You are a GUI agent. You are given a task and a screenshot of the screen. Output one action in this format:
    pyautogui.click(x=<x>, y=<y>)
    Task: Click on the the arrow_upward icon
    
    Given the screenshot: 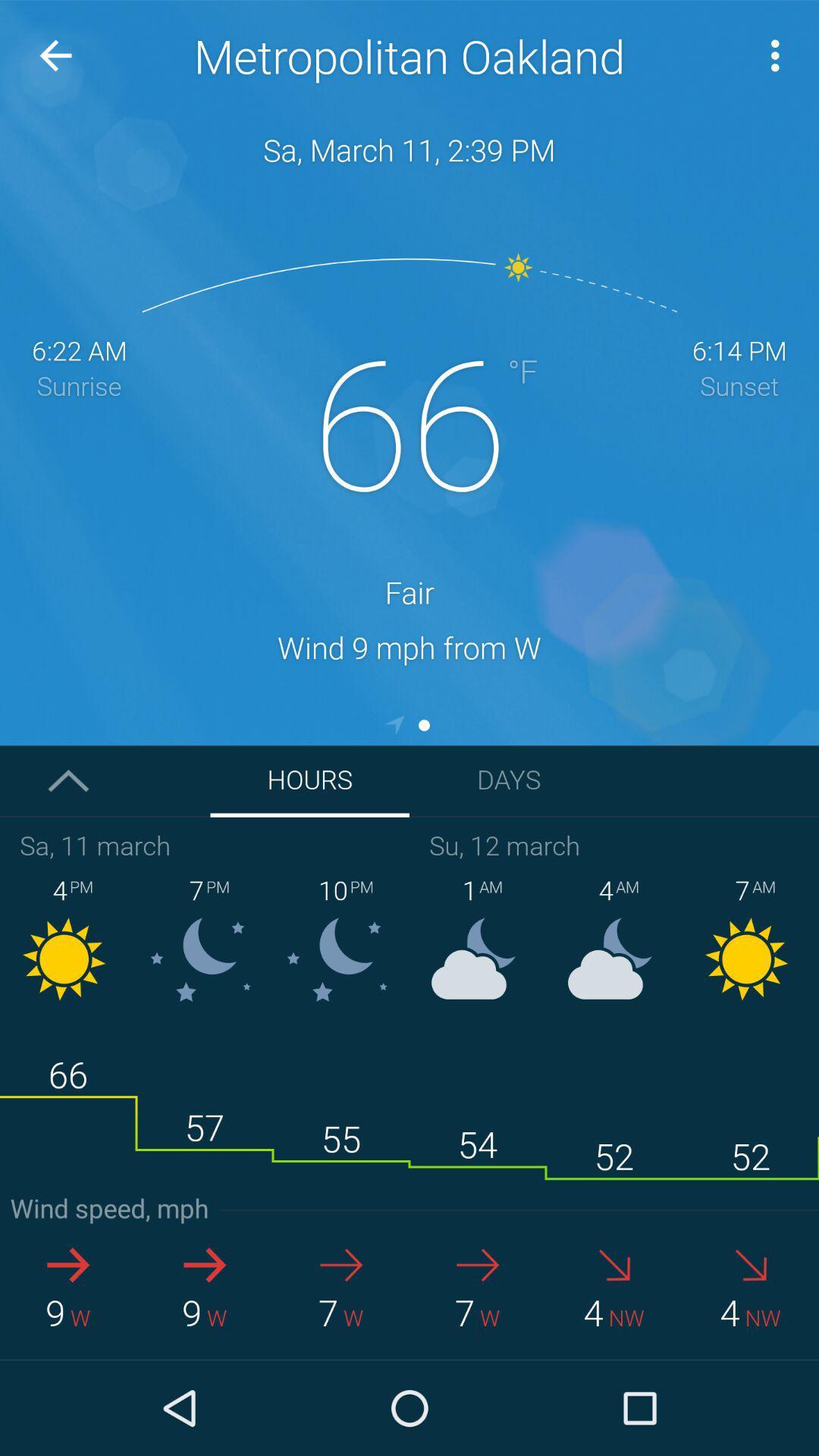 What is the action you would take?
    pyautogui.click(x=68, y=781)
    